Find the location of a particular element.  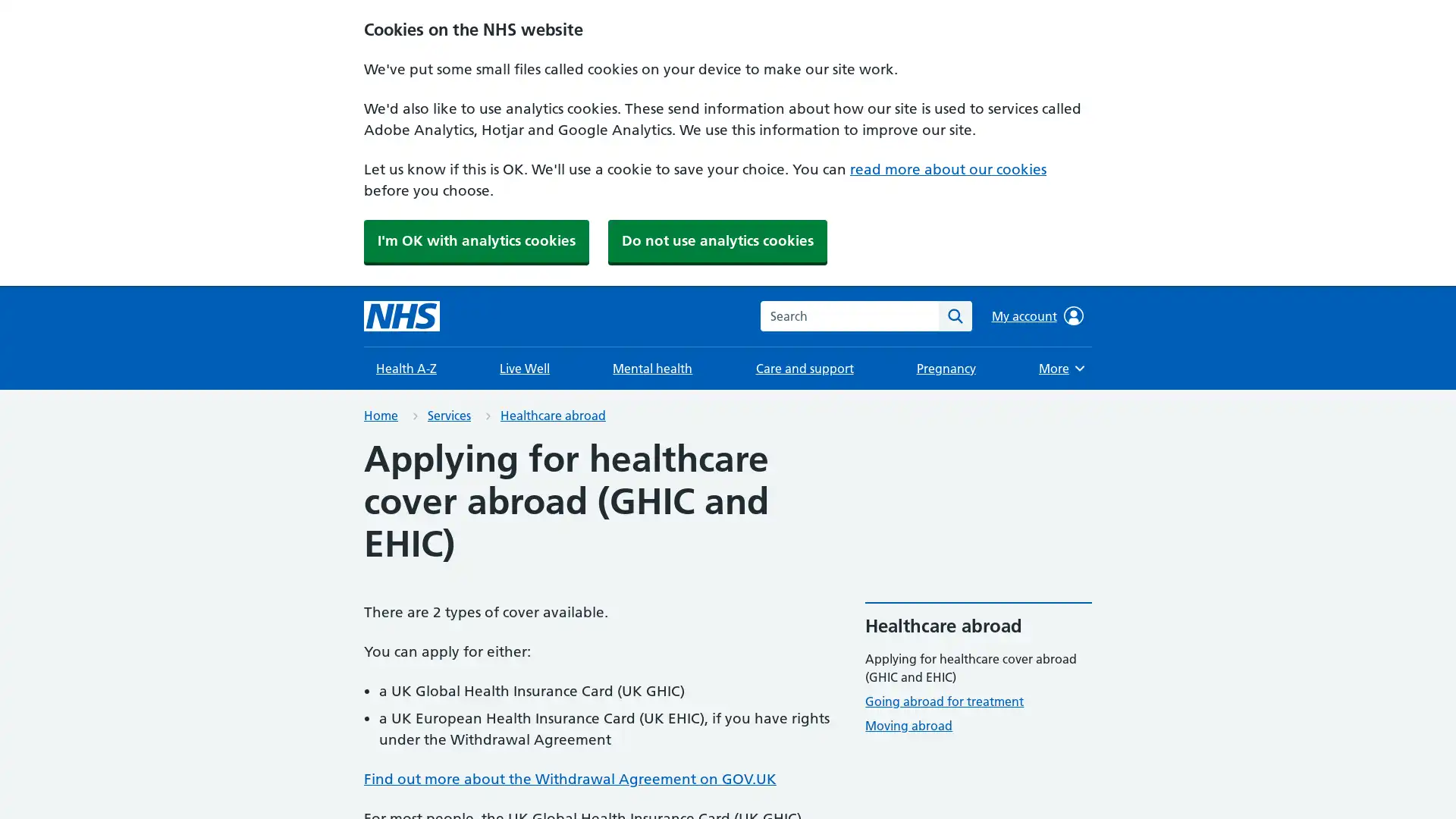

I'm OK with analytics cookies is located at coordinates (475, 240).